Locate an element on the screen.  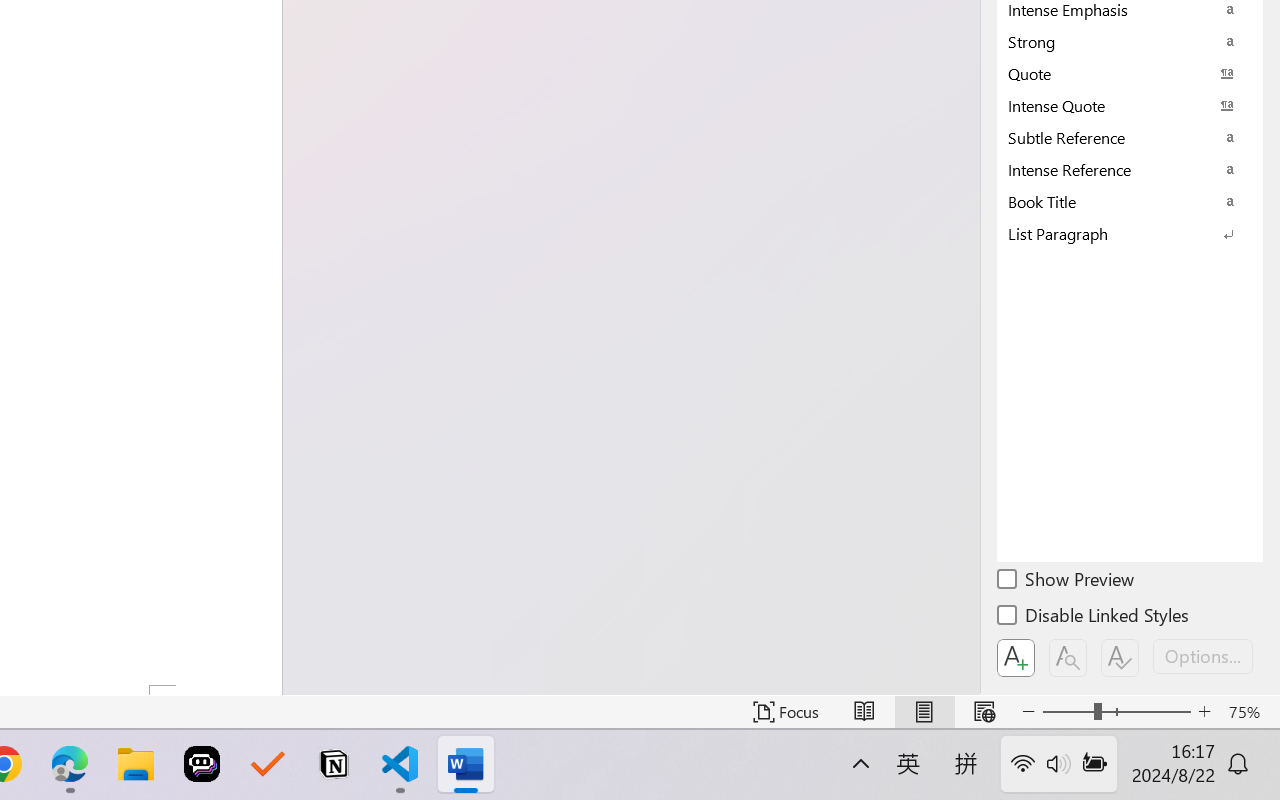
'Quote' is located at coordinates (1130, 73).